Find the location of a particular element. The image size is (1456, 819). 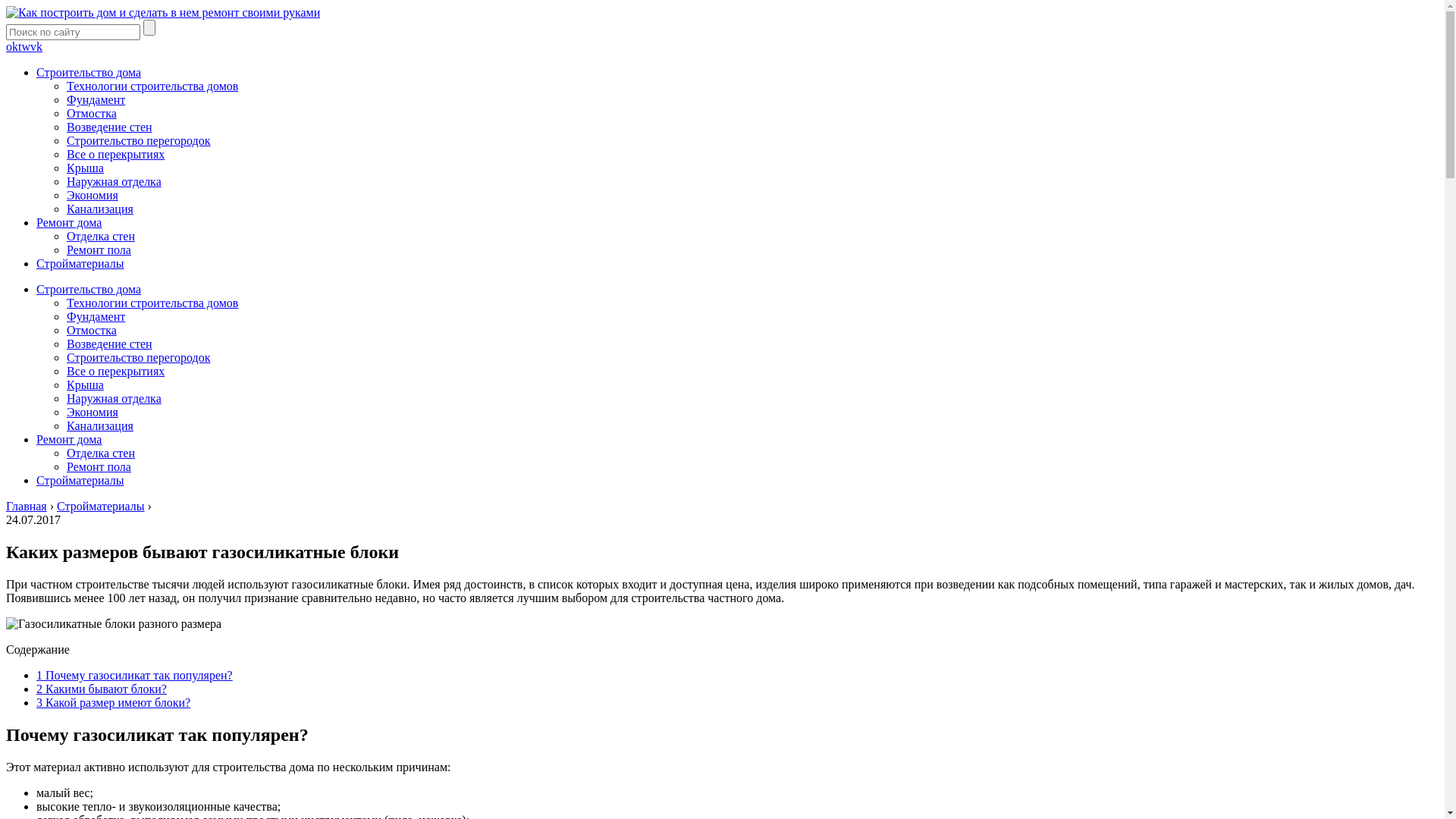

'tw' is located at coordinates (18, 45).